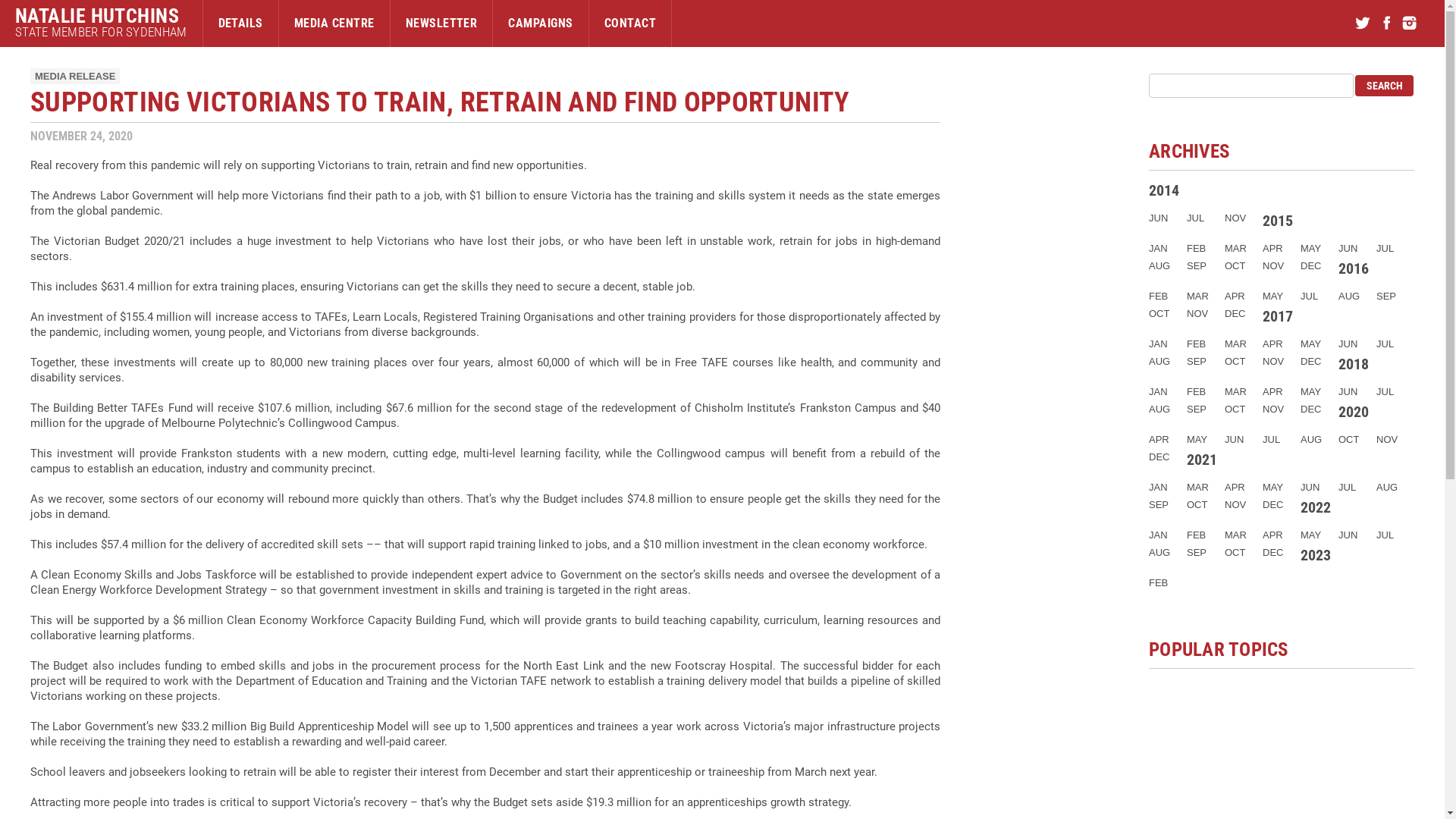 This screenshot has height=819, width=1456. Describe the element at coordinates (1272, 296) in the screenshot. I see `'MAY'` at that location.